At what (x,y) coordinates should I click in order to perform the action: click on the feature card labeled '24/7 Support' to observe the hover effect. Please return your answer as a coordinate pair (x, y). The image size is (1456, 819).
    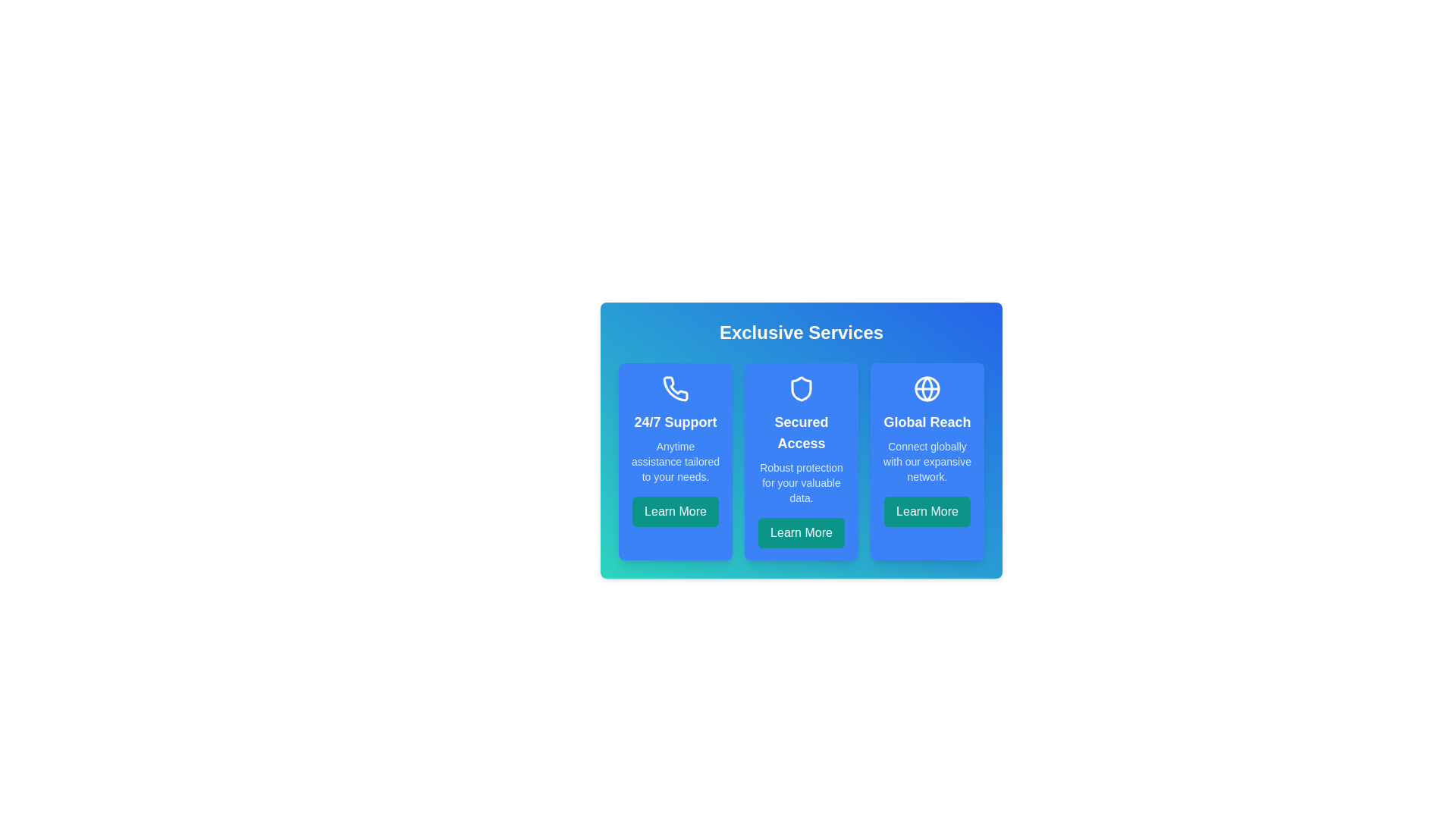
    Looking at the image, I should click on (675, 461).